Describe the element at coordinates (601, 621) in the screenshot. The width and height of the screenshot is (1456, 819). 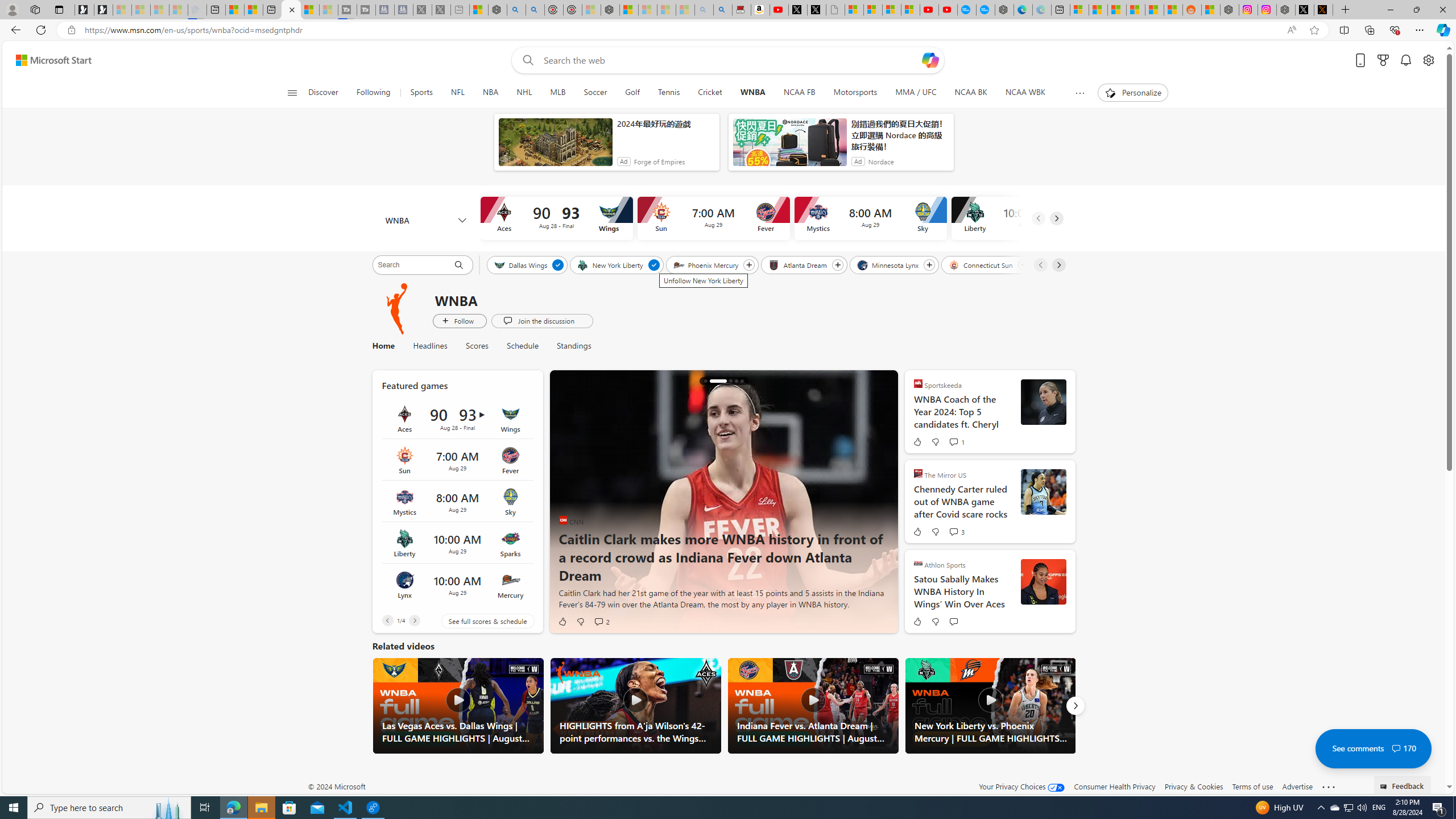
I see `'View comments 2 Comment'` at that location.